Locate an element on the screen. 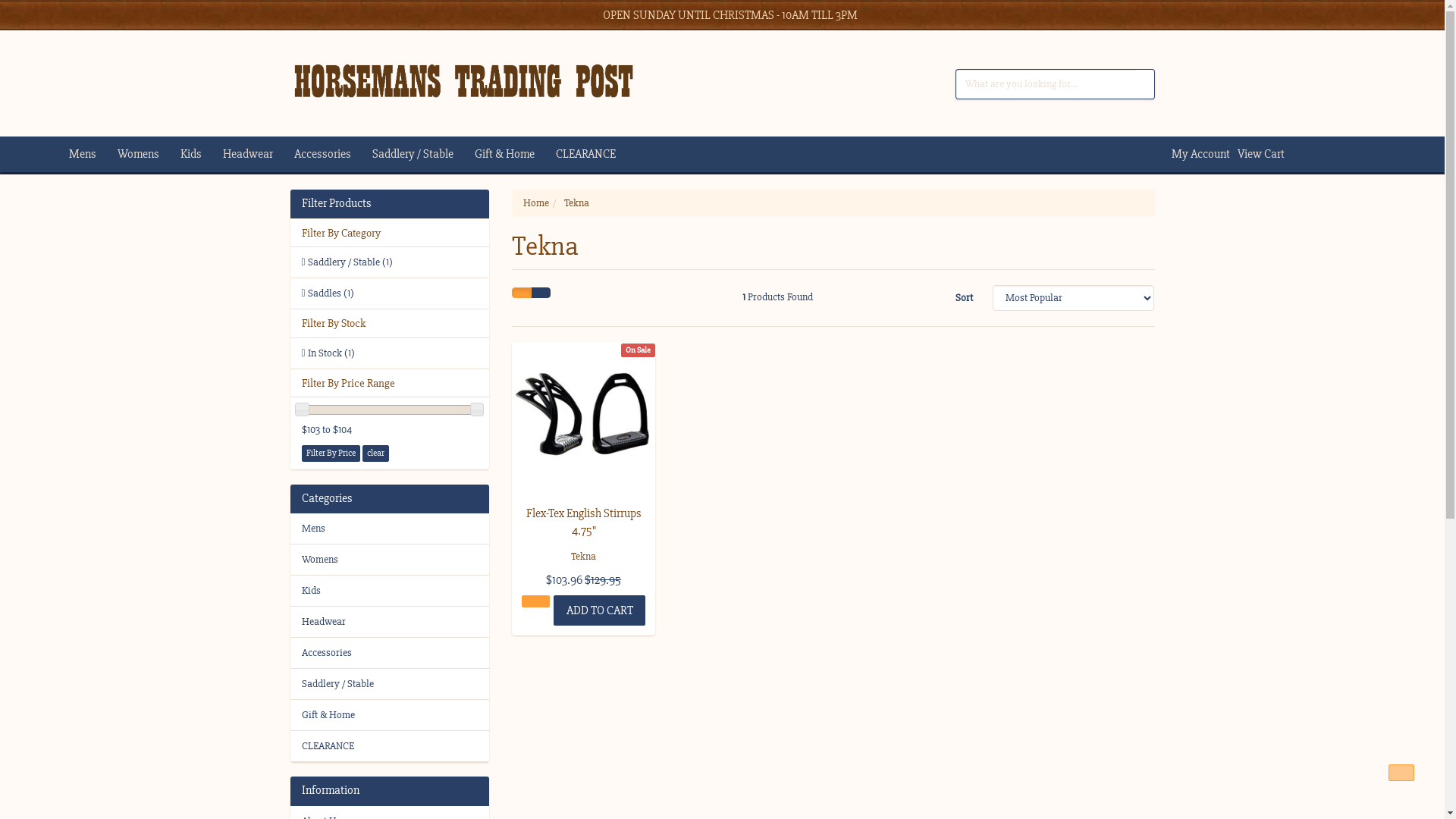  'Flex-Tex English Stirrups 4.75"' is located at coordinates (582, 520).